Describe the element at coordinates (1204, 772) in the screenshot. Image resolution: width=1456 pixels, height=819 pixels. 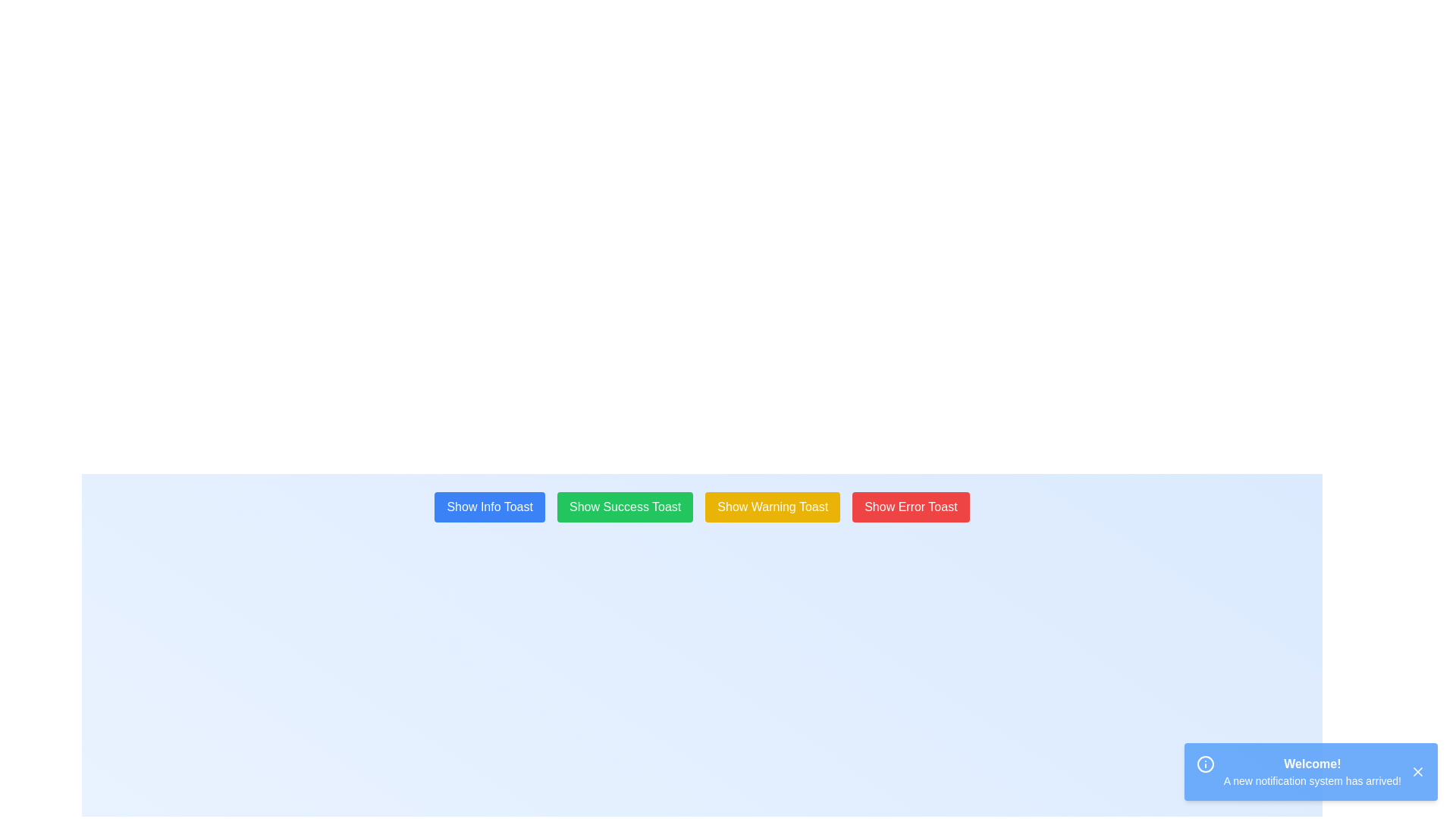
I see `the informational icon resembling a circular outline with a lowercase 'i' inside, located in the bottom-right corner of the interface, to the left of the message 'Welcome! A new notification system has arrived!'` at that location.